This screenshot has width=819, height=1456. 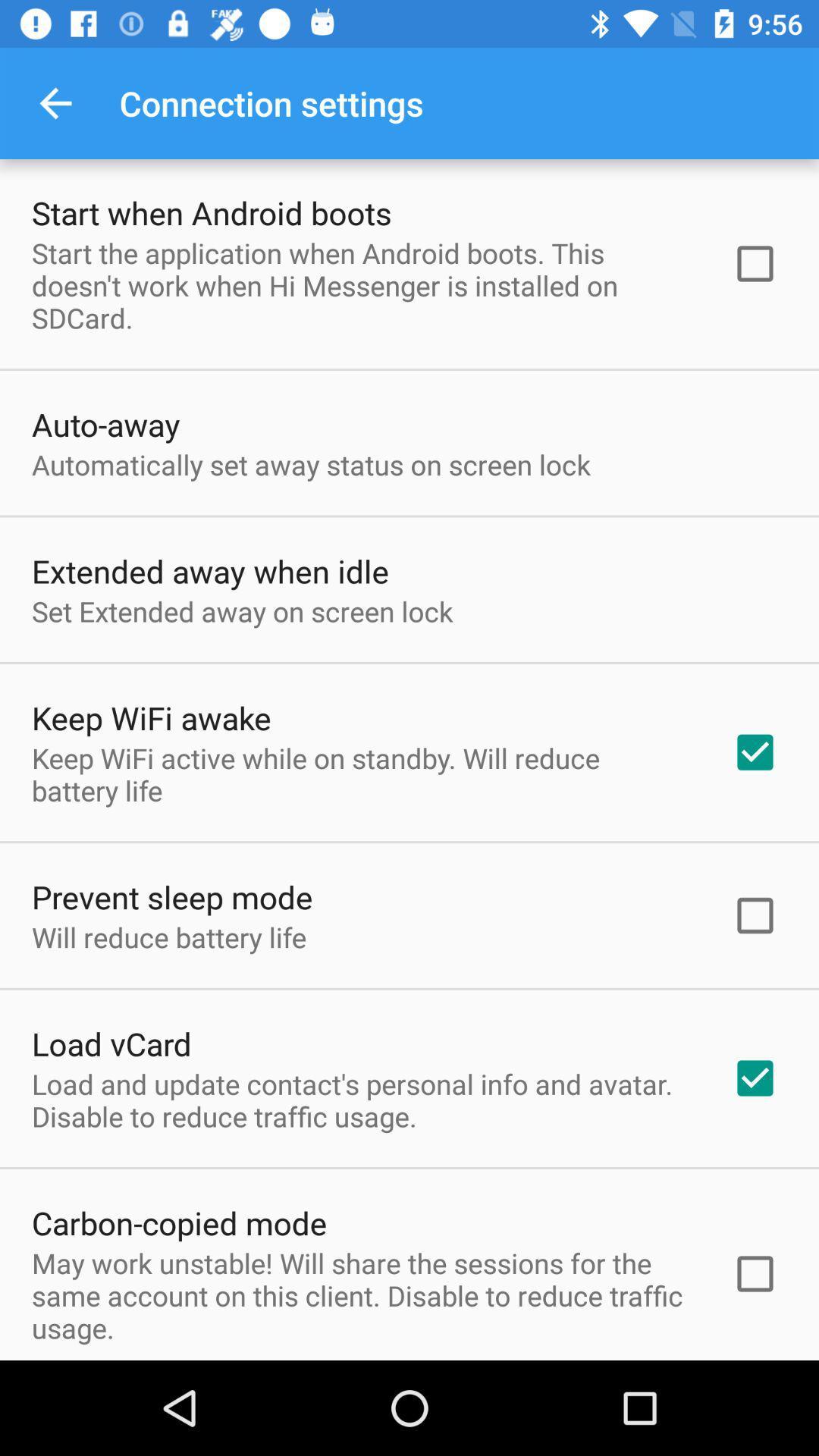 I want to click on the load vcard, so click(x=111, y=1043).